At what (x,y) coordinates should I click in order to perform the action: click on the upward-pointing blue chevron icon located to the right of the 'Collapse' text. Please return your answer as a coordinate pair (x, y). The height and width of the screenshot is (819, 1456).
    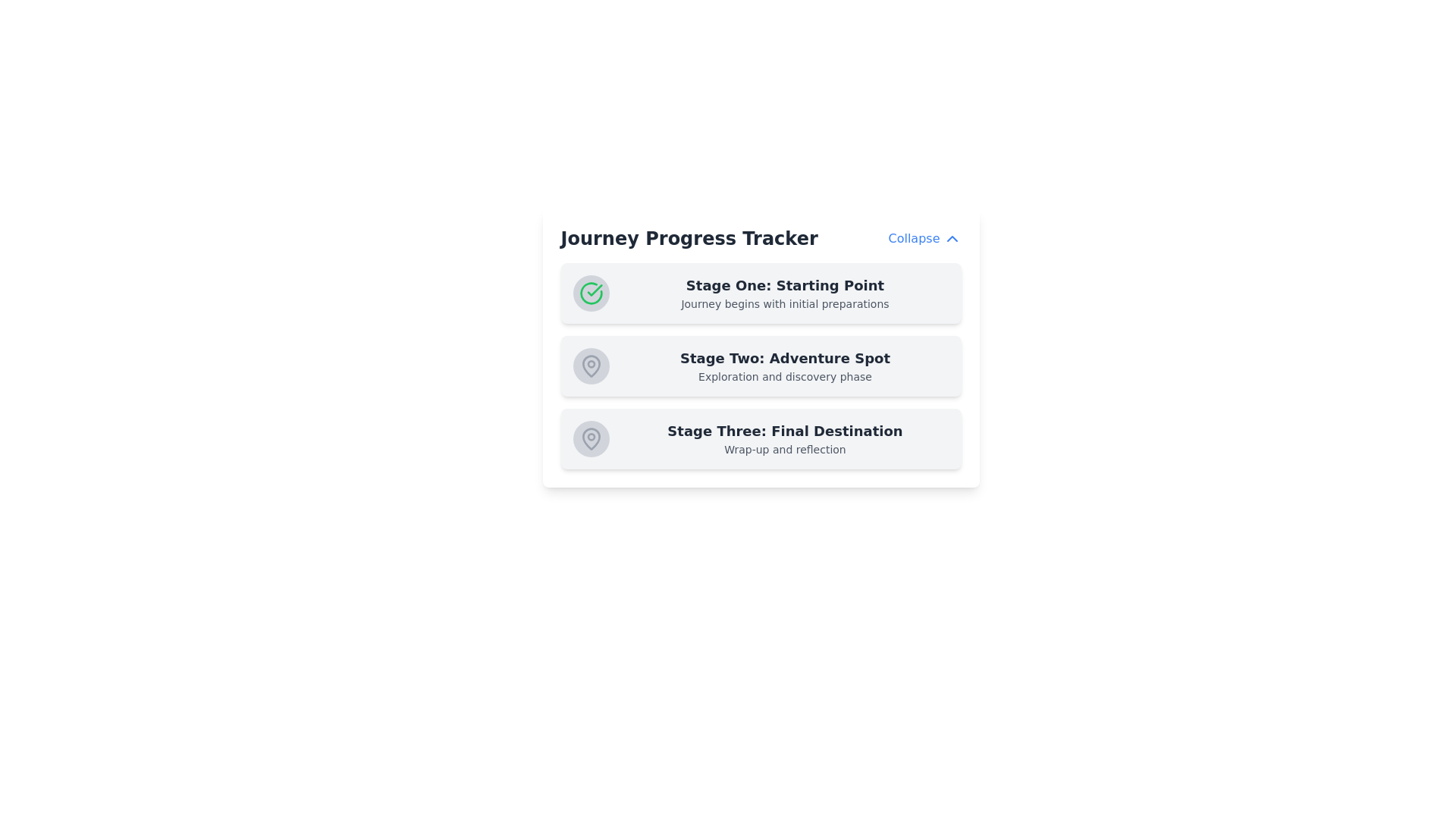
    Looking at the image, I should click on (951, 239).